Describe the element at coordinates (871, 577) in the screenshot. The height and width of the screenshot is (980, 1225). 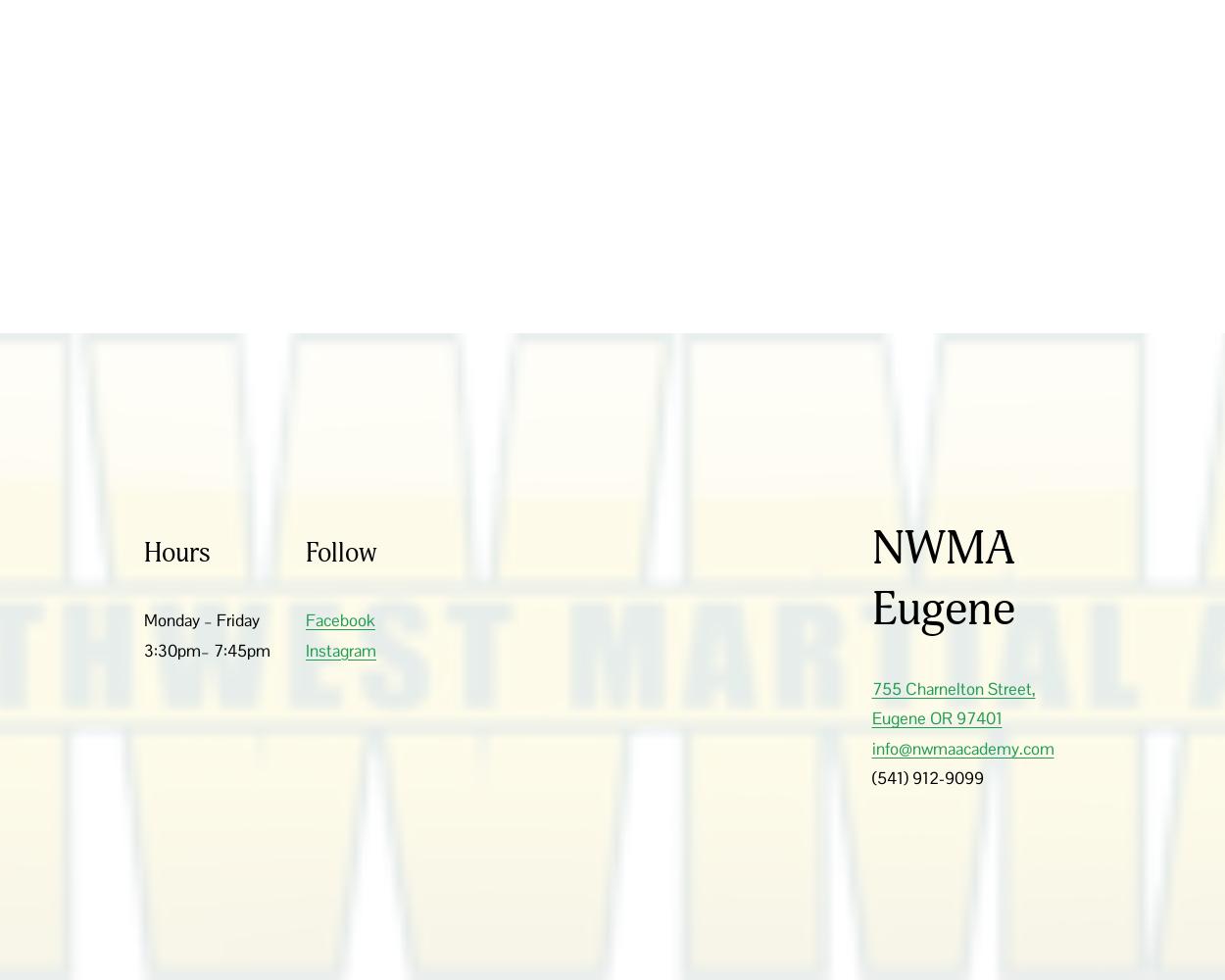
I see `'NWMA Eugene'` at that location.